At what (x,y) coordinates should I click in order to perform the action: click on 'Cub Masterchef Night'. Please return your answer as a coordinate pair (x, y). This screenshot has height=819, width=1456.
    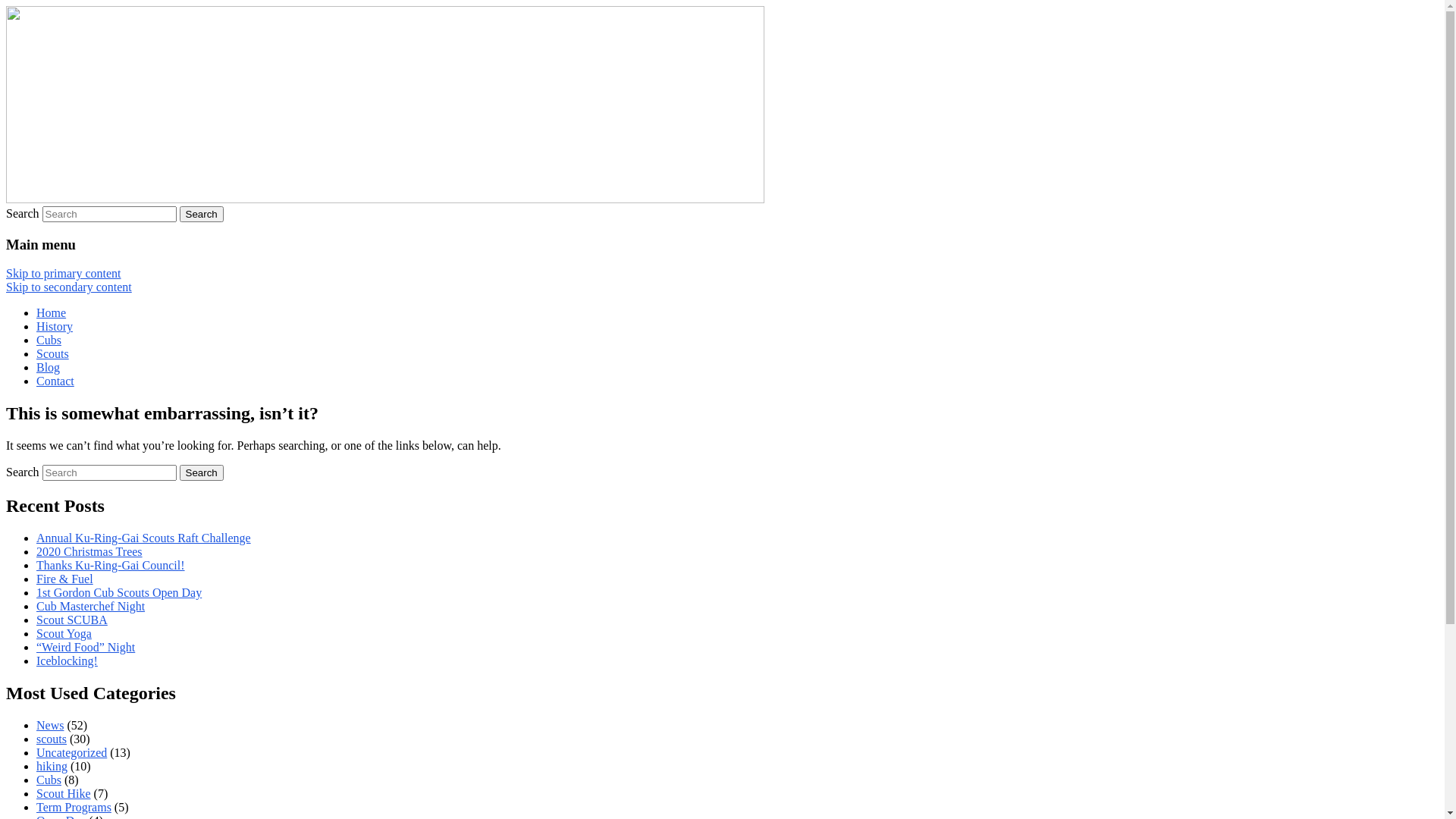
    Looking at the image, I should click on (89, 605).